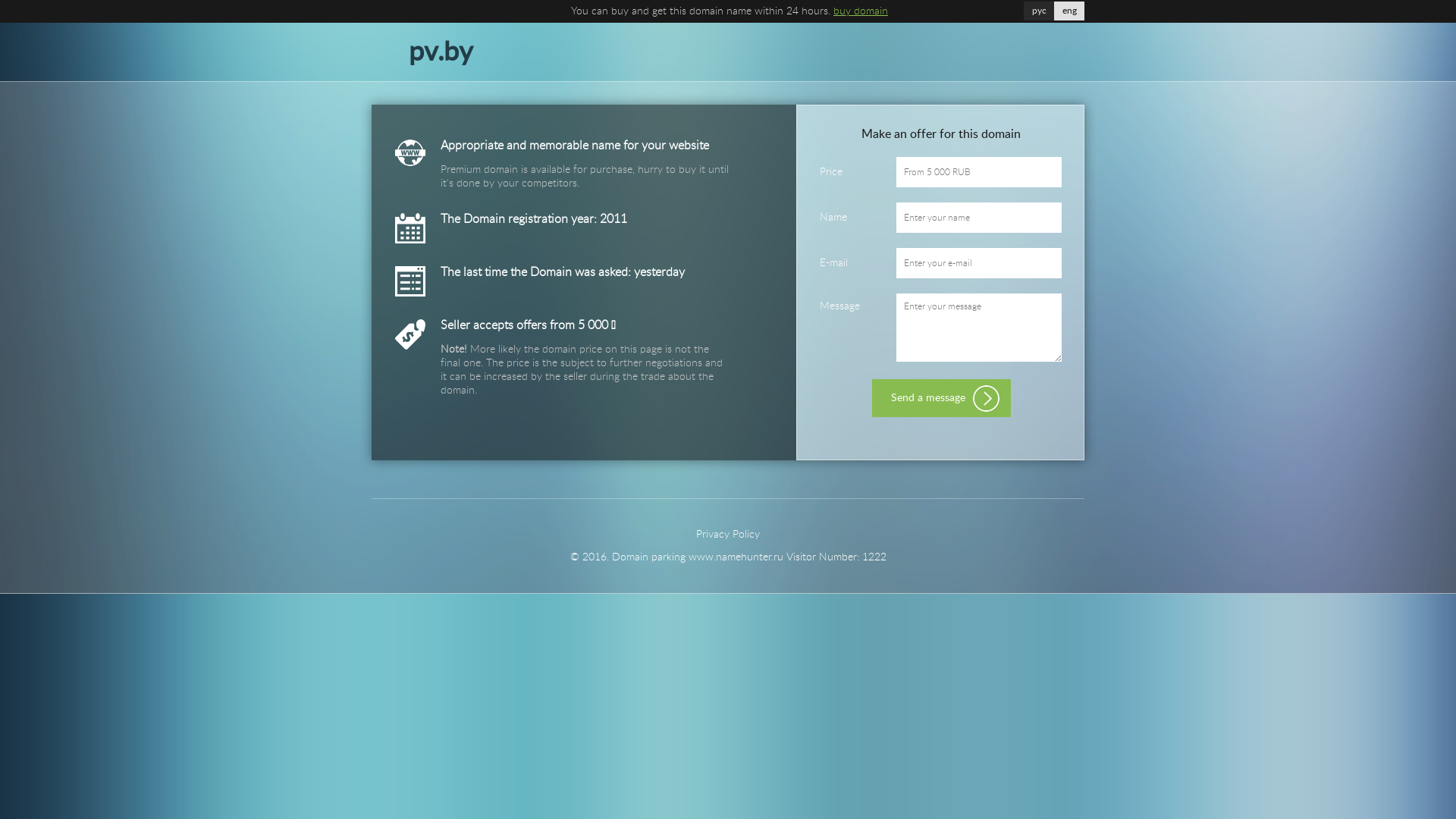 This screenshot has width=1456, height=819. I want to click on 'Privacy Policy', so click(695, 534).